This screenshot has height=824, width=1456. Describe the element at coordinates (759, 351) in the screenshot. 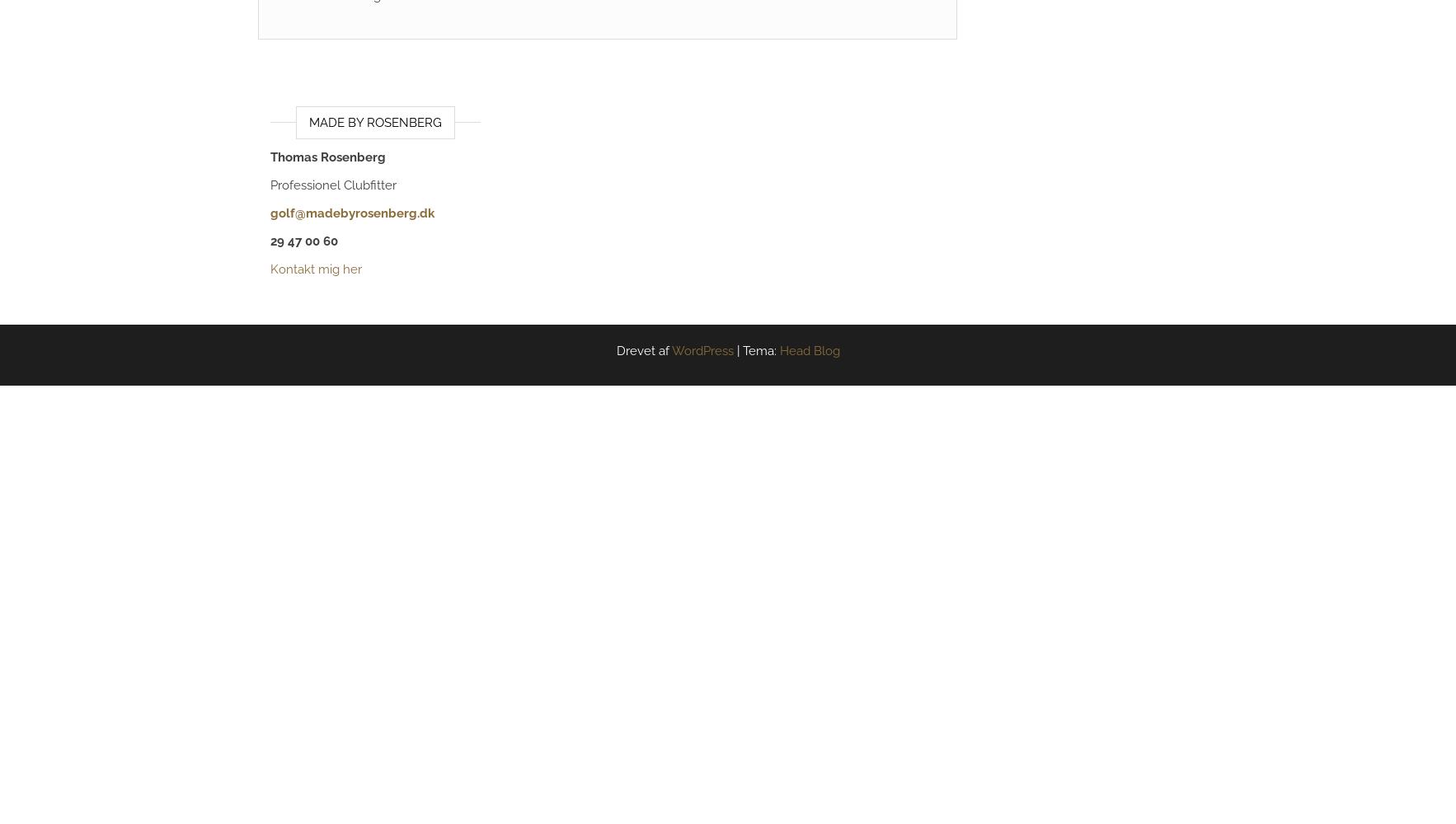

I see `'Tema:'` at that location.